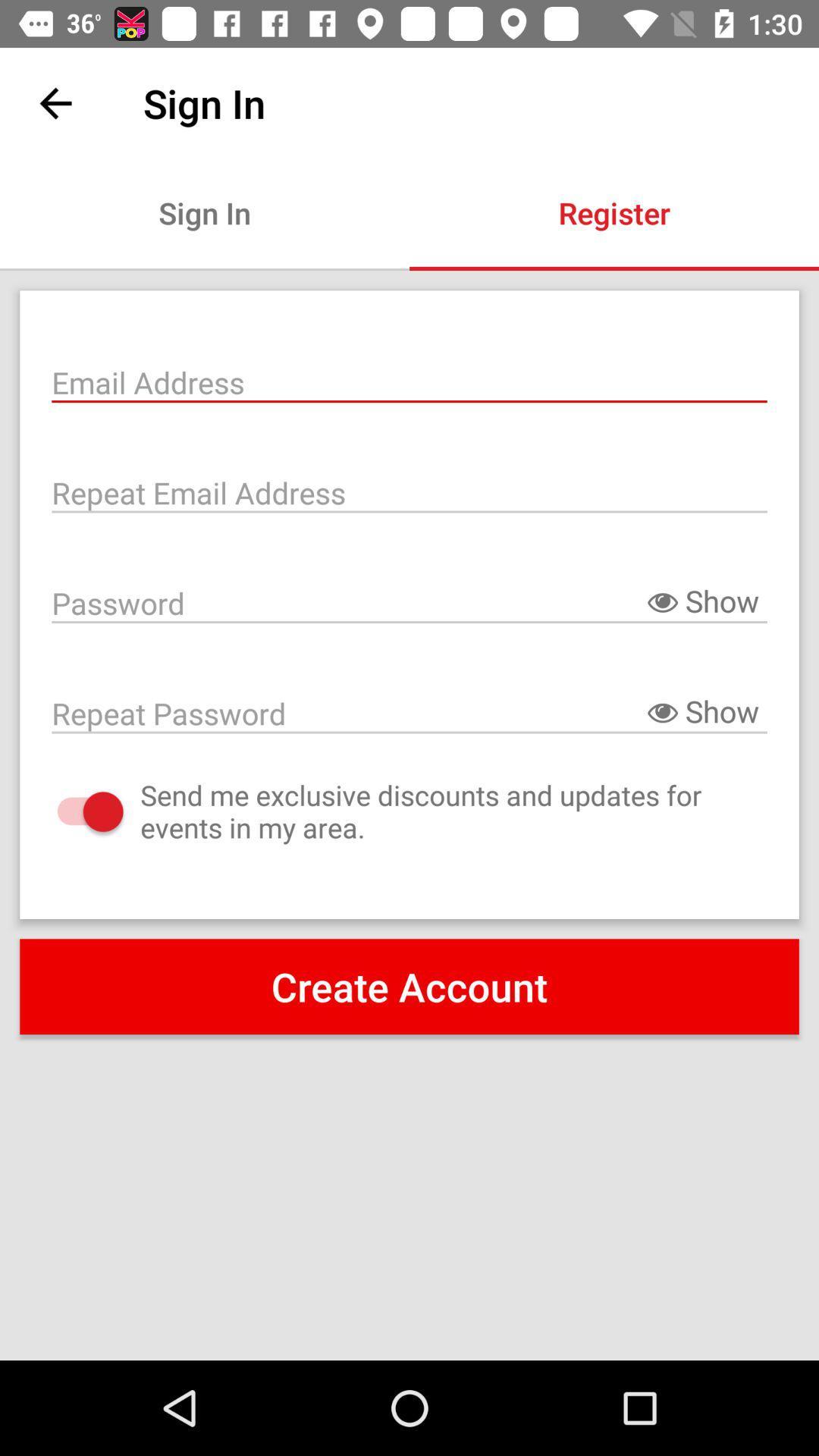  What do you see at coordinates (55, 102) in the screenshot?
I see `the icon to the left of sign in` at bounding box center [55, 102].